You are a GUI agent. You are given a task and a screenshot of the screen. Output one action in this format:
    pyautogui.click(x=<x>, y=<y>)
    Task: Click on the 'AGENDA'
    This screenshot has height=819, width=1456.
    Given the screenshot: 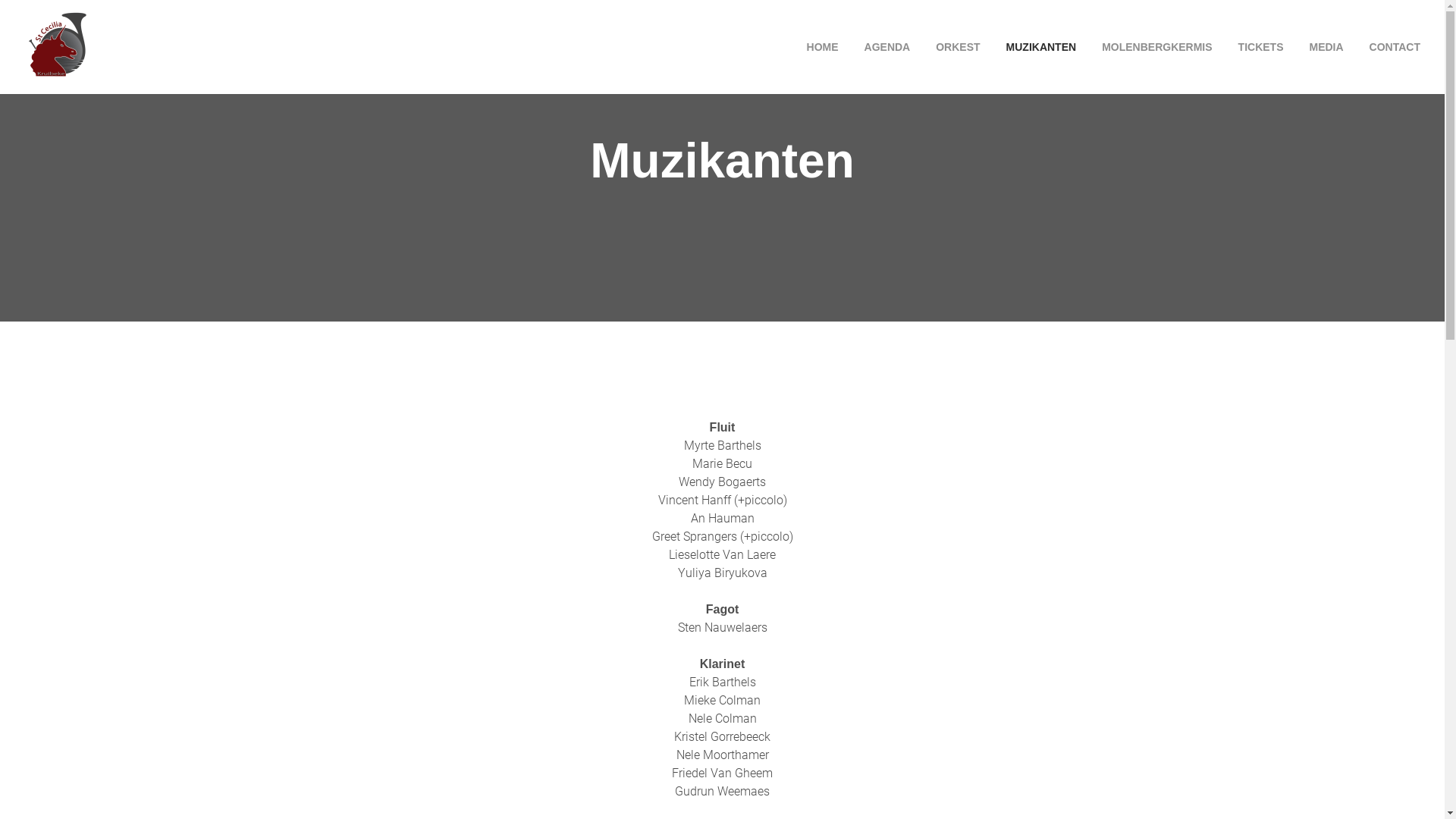 What is the action you would take?
    pyautogui.click(x=852, y=45)
    